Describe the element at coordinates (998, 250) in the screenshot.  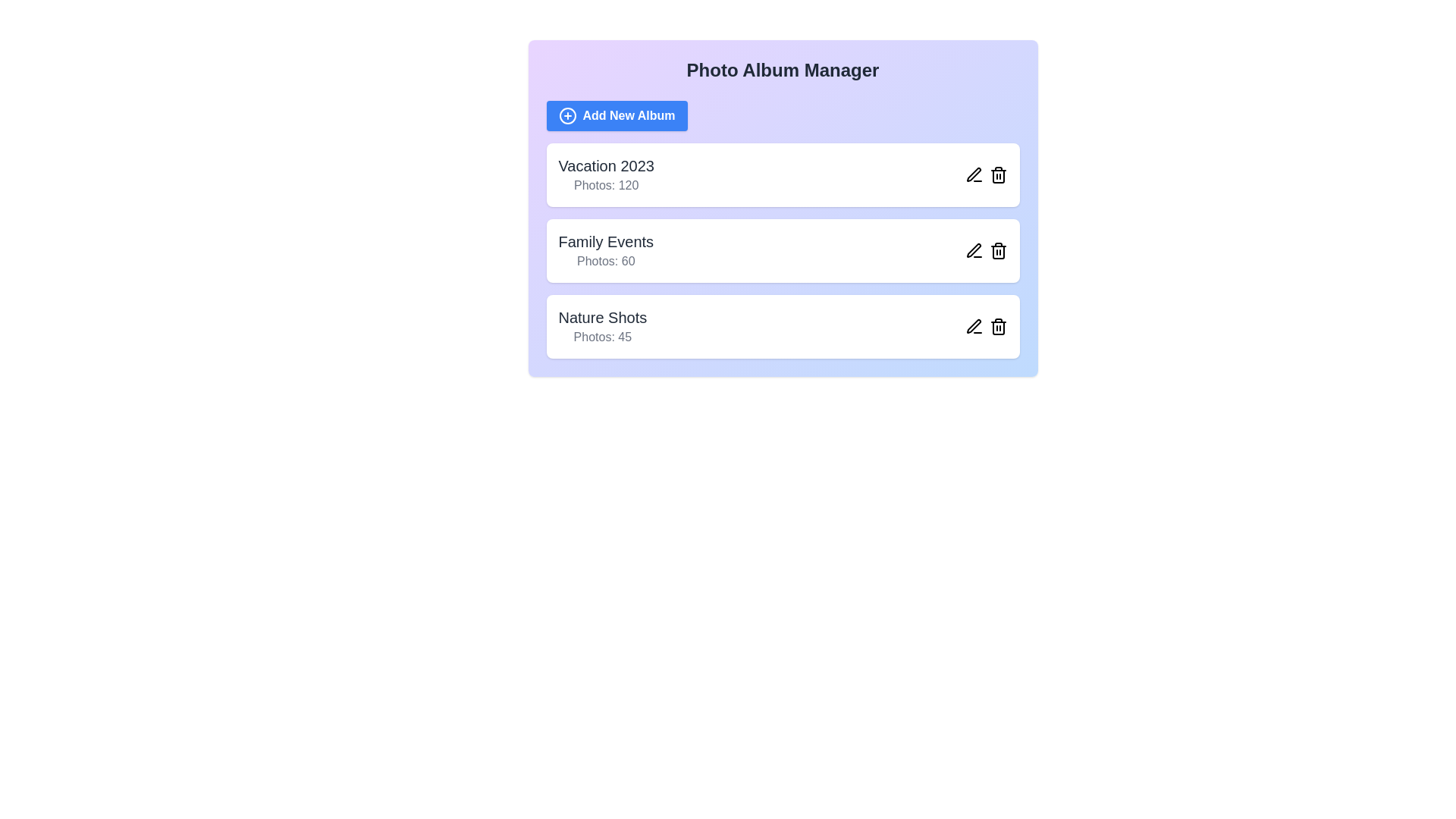
I see `delete button for the album titled Family Events` at that location.